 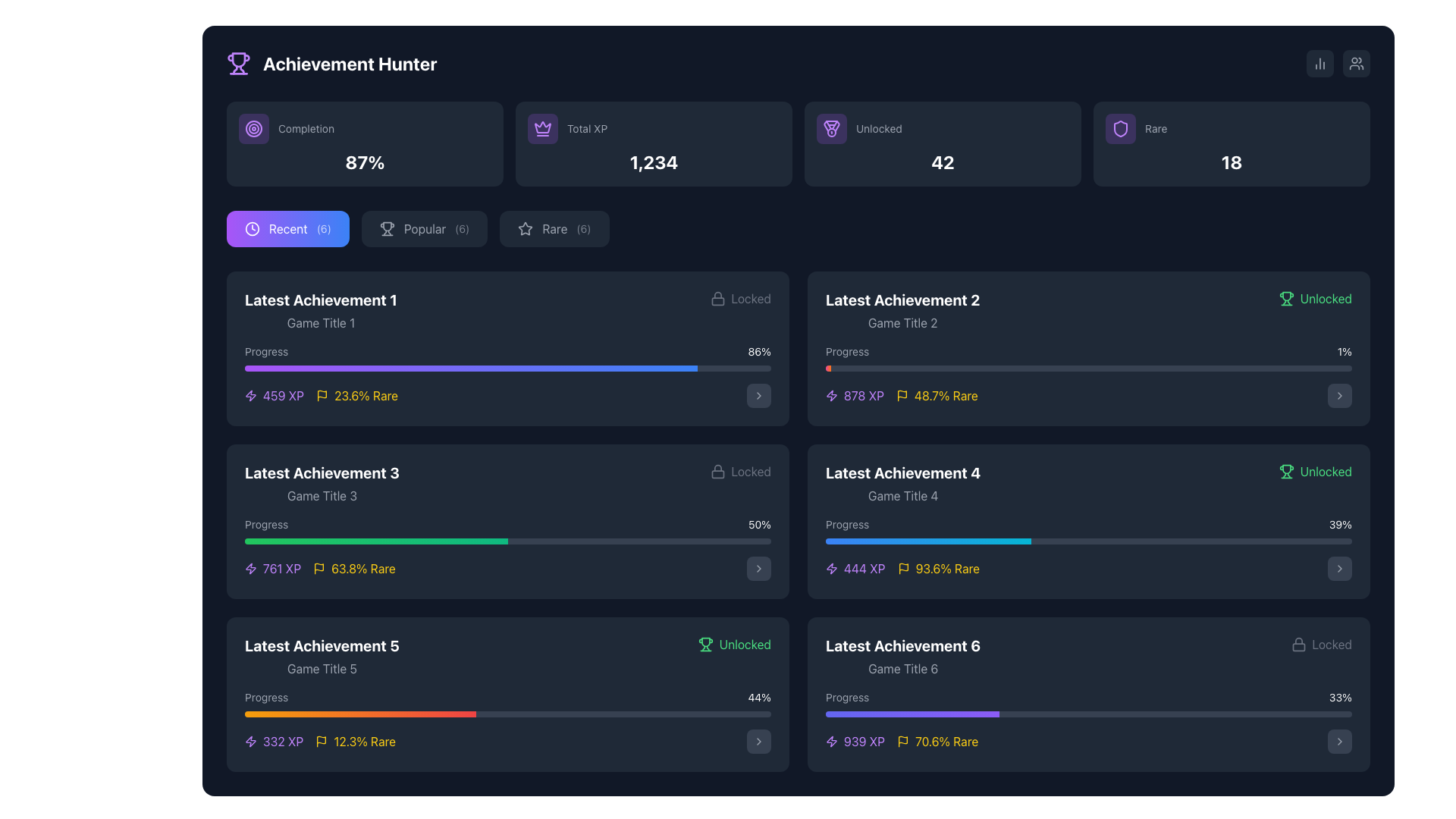 What do you see at coordinates (254, 127) in the screenshot?
I see `the non-interactive decorative SVG circle located in the top-left section of the interface` at bounding box center [254, 127].